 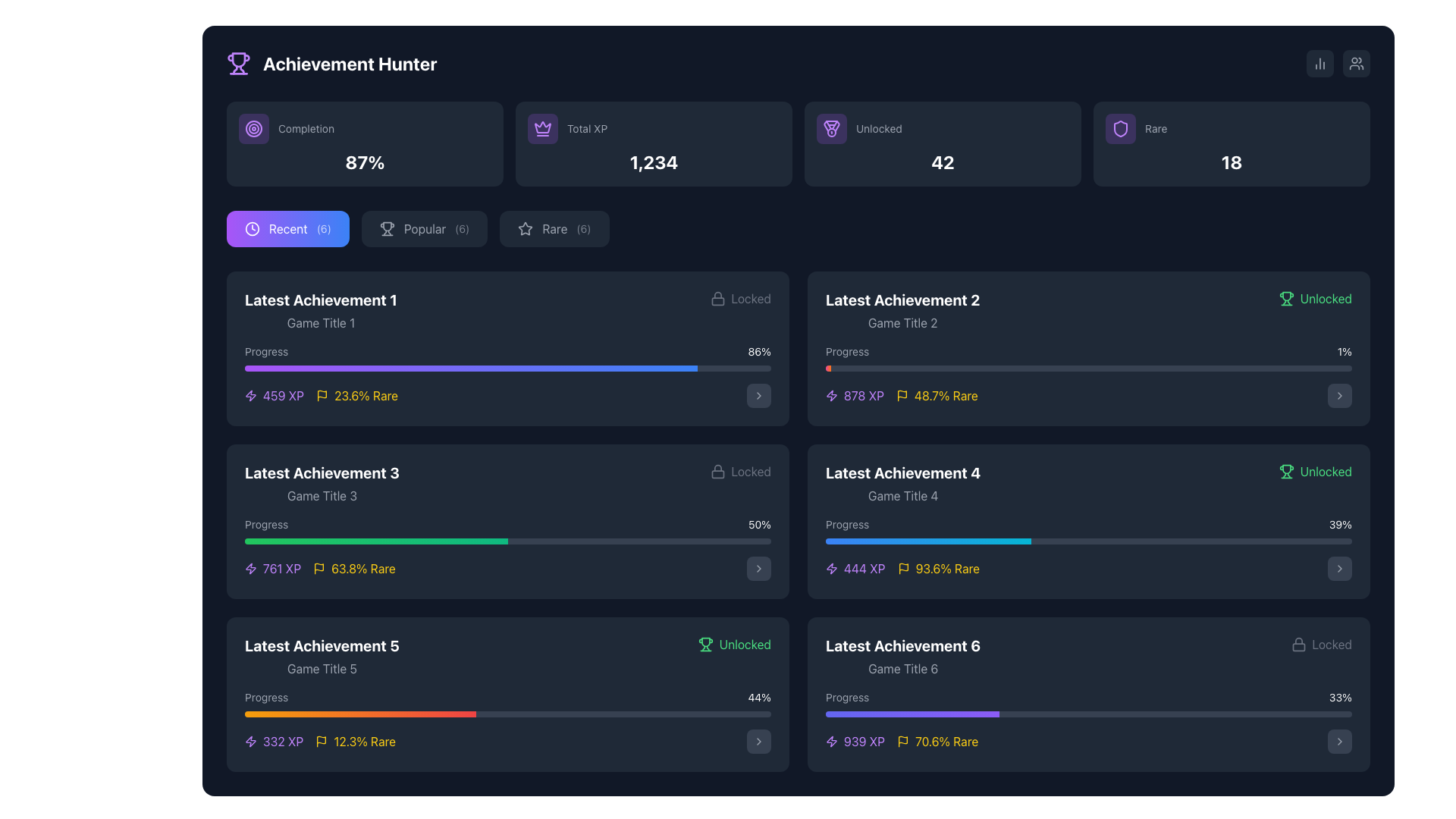 What do you see at coordinates (254, 127) in the screenshot?
I see `the non-interactive decorative SVG circle located in the top-left section of the interface` at bounding box center [254, 127].